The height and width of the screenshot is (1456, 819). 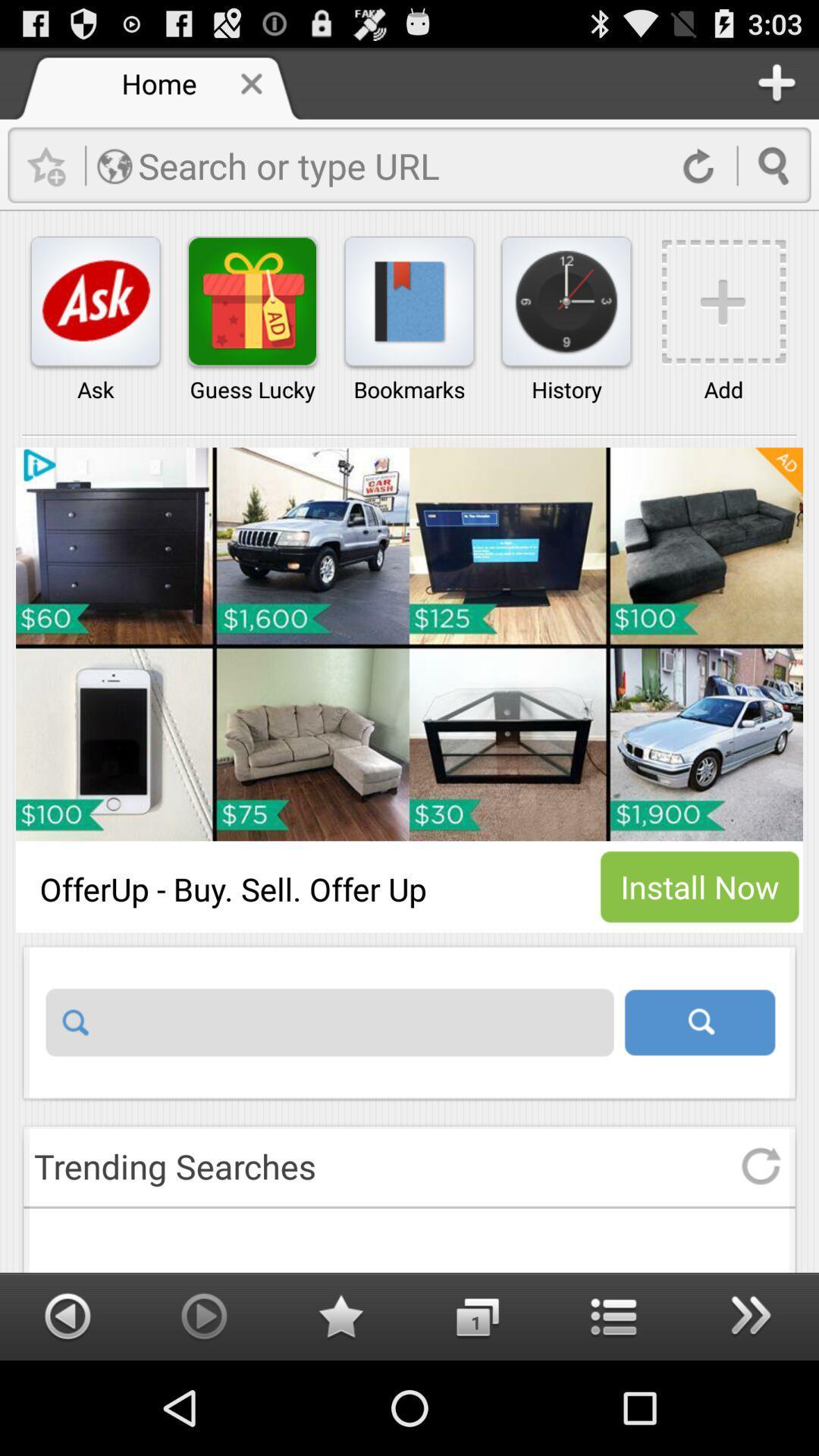 What do you see at coordinates (699, 1094) in the screenshot?
I see `the search icon` at bounding box center [699, 1094].